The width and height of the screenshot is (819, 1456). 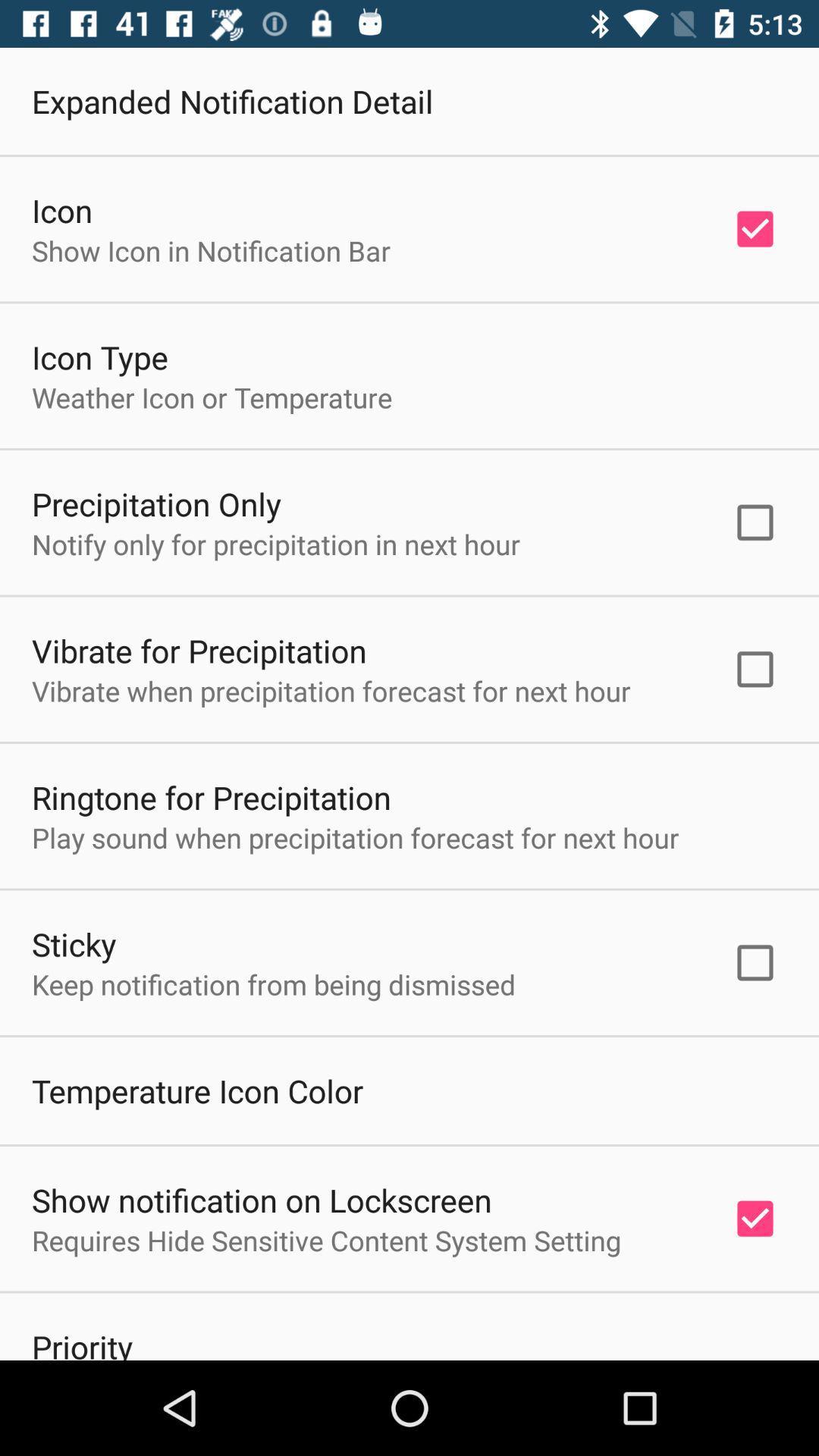 What do you see at coordinates (355, 836) in the screenshot?
I see `play sound when item` at bounding box center [355, 836].